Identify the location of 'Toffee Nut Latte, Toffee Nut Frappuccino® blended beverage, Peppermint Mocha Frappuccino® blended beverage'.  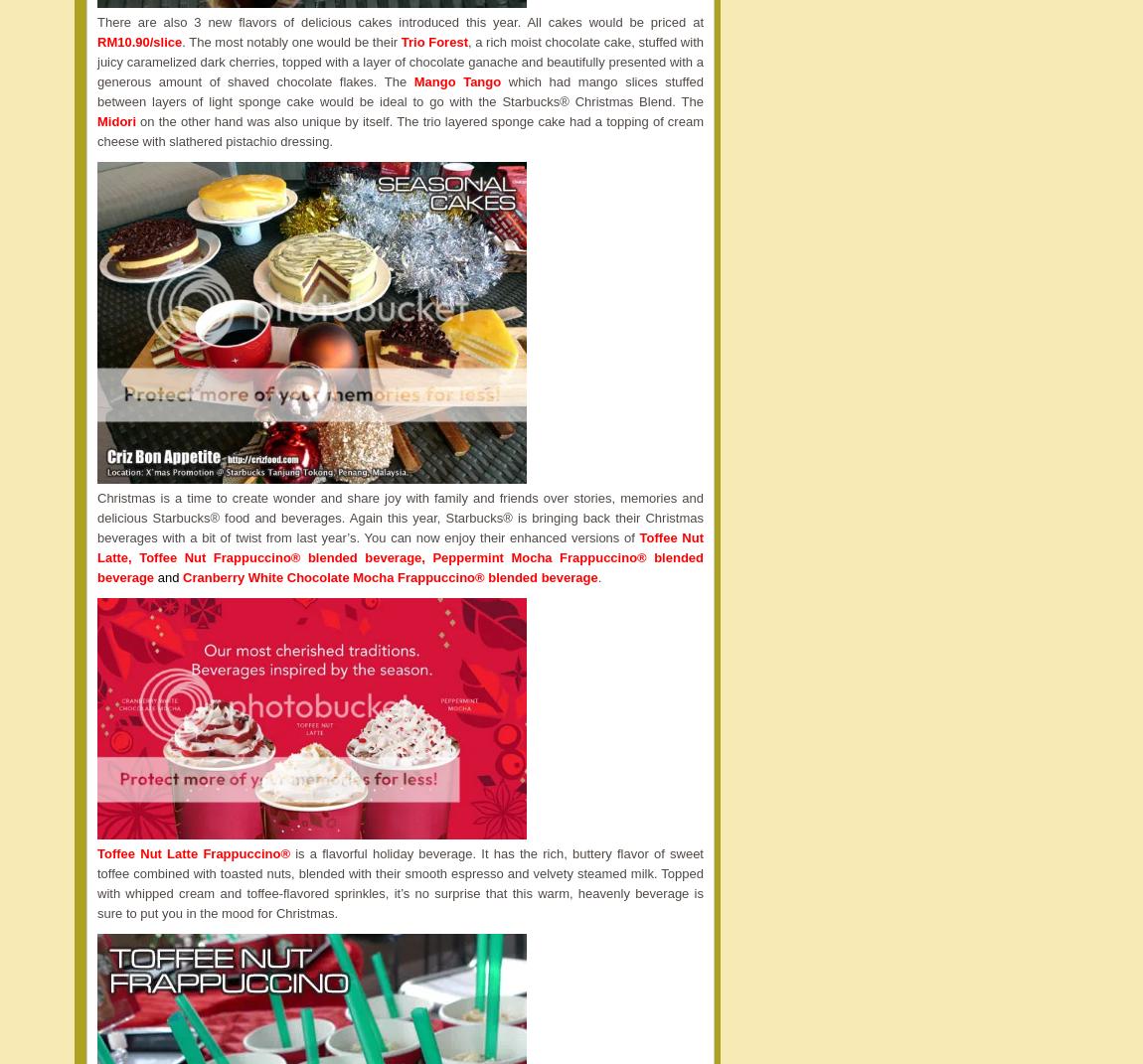
(400, 557).